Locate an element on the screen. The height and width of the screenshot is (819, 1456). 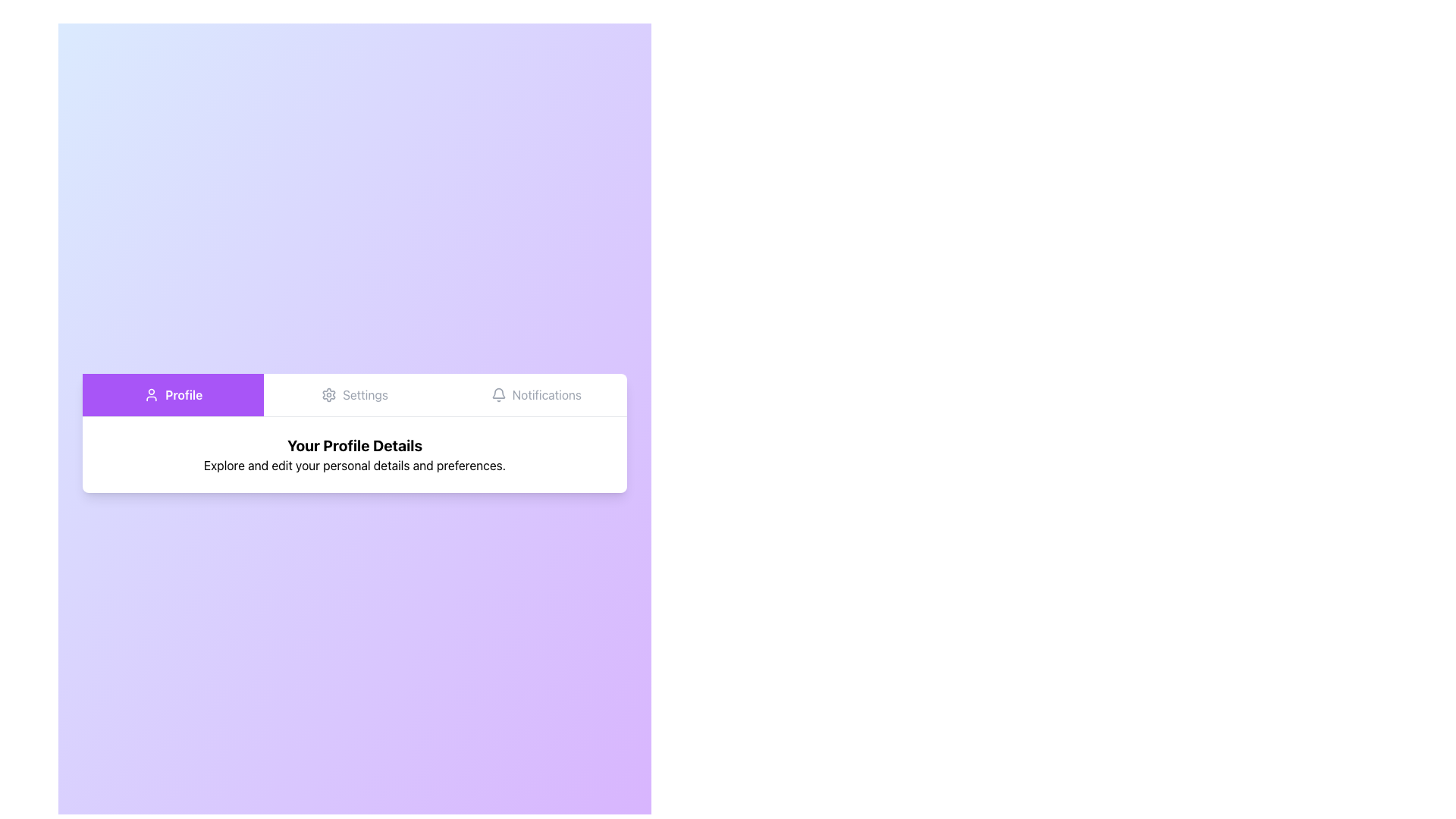
the settings icon located in the middle tab of the navigation bar, which is positioned between the 'Profile' and 'Notifications' tabs is located at coordinates (328, 394).